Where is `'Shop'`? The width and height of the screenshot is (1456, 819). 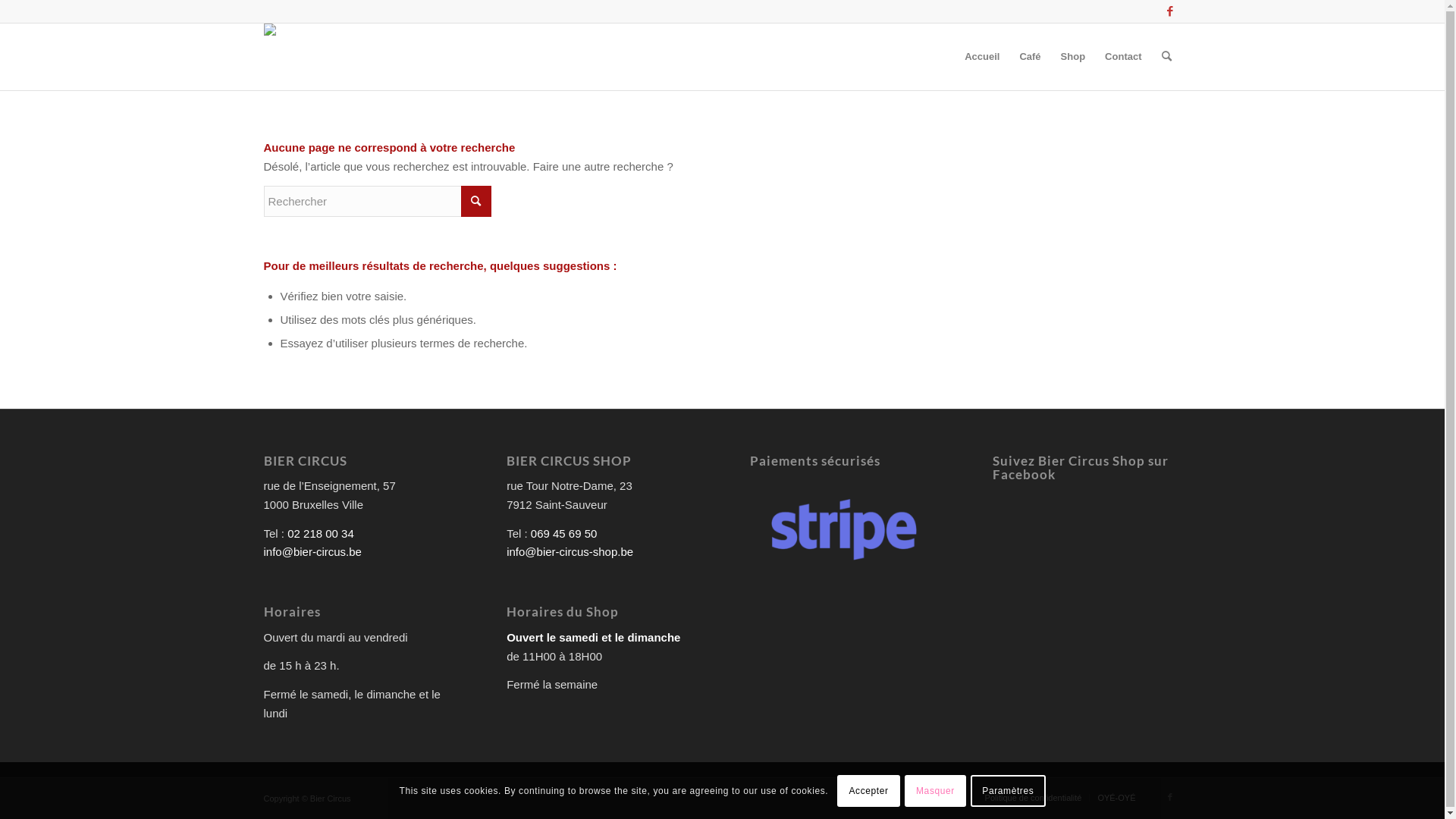 'Shop' is located at coordinates (1072, 55).